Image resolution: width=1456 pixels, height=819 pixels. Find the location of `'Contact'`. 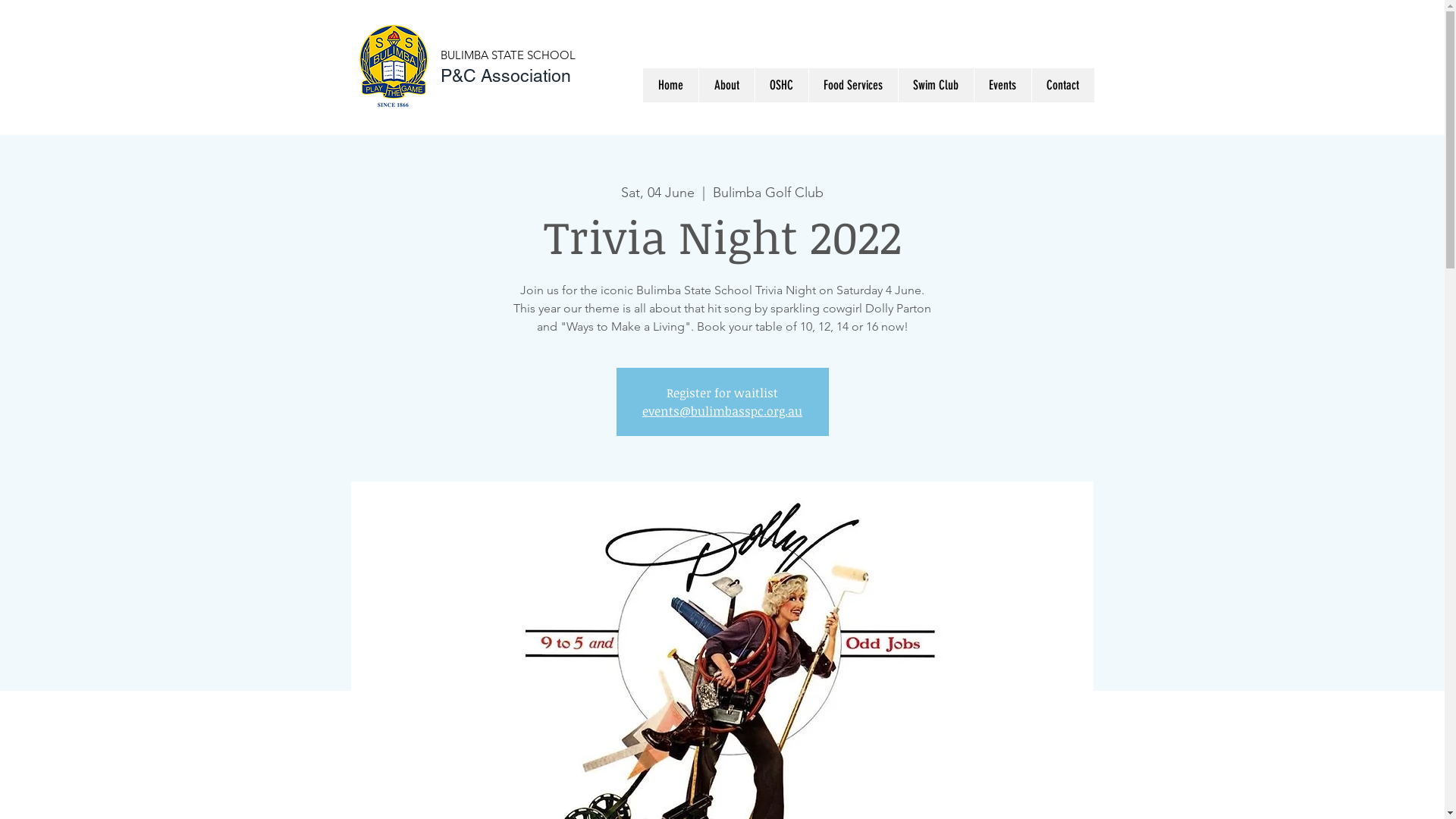

'Contact' is located at coordinates (1062, 85).